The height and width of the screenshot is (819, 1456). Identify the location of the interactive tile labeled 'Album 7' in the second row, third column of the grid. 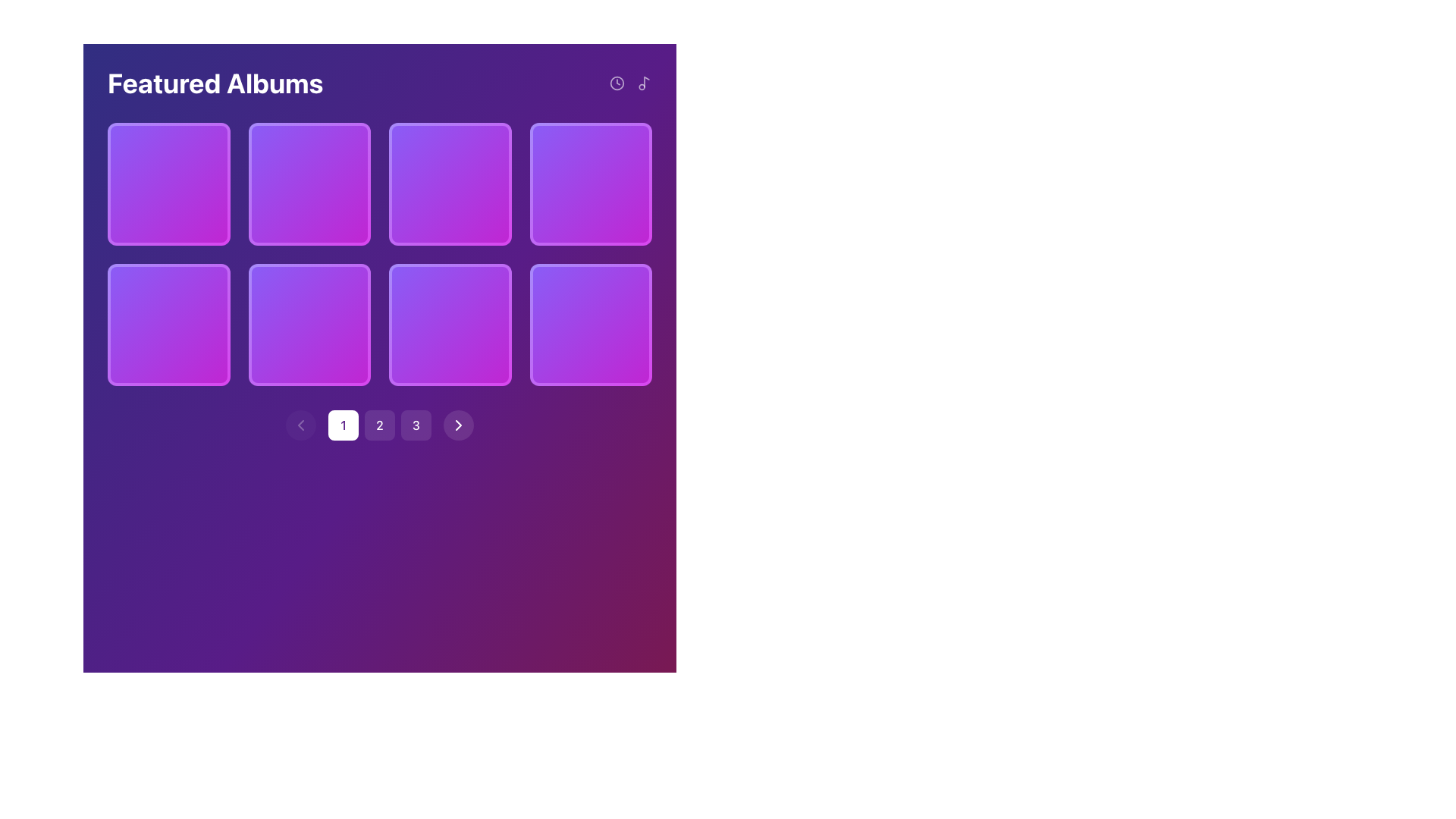
(449, 324).